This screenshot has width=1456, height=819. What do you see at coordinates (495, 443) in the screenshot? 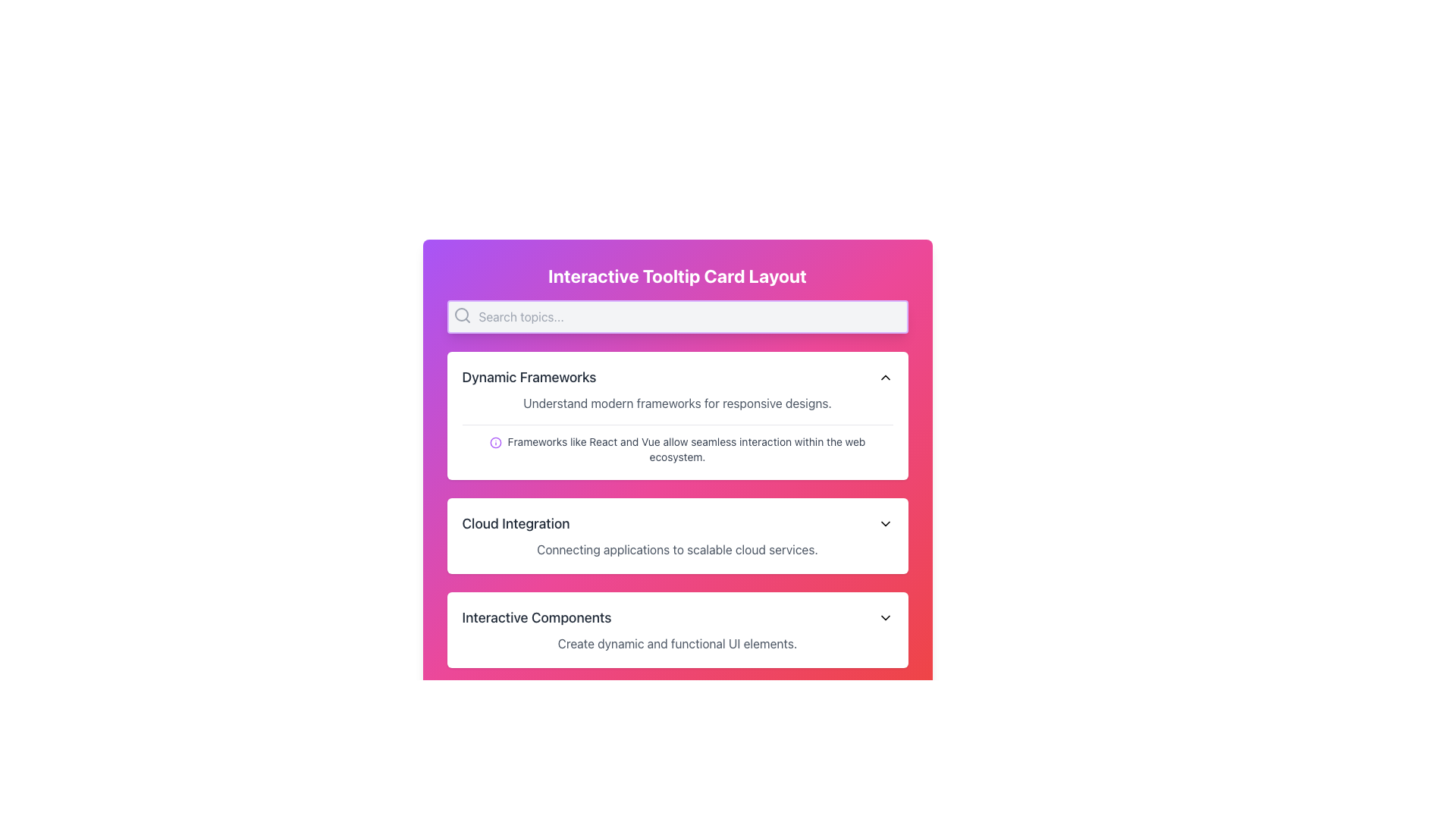
I see `the circular filled icon with a purple tint located to the left of the 'Dynamic Frameworks' header in the interface` at bounding box center [495, 443].